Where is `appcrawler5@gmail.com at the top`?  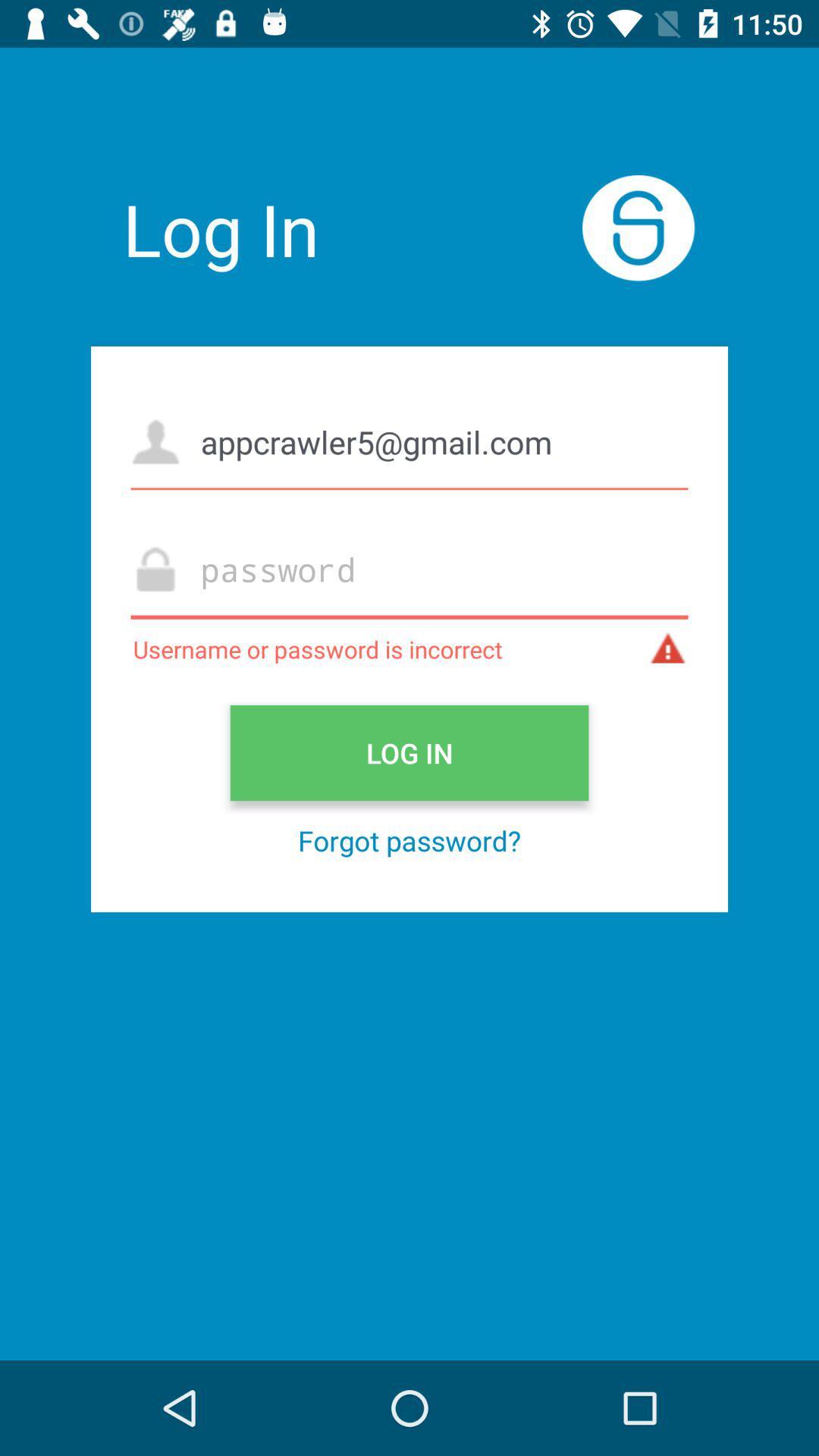 appcrawler5@gmail.com at the top is located at coordinates (409, 441).